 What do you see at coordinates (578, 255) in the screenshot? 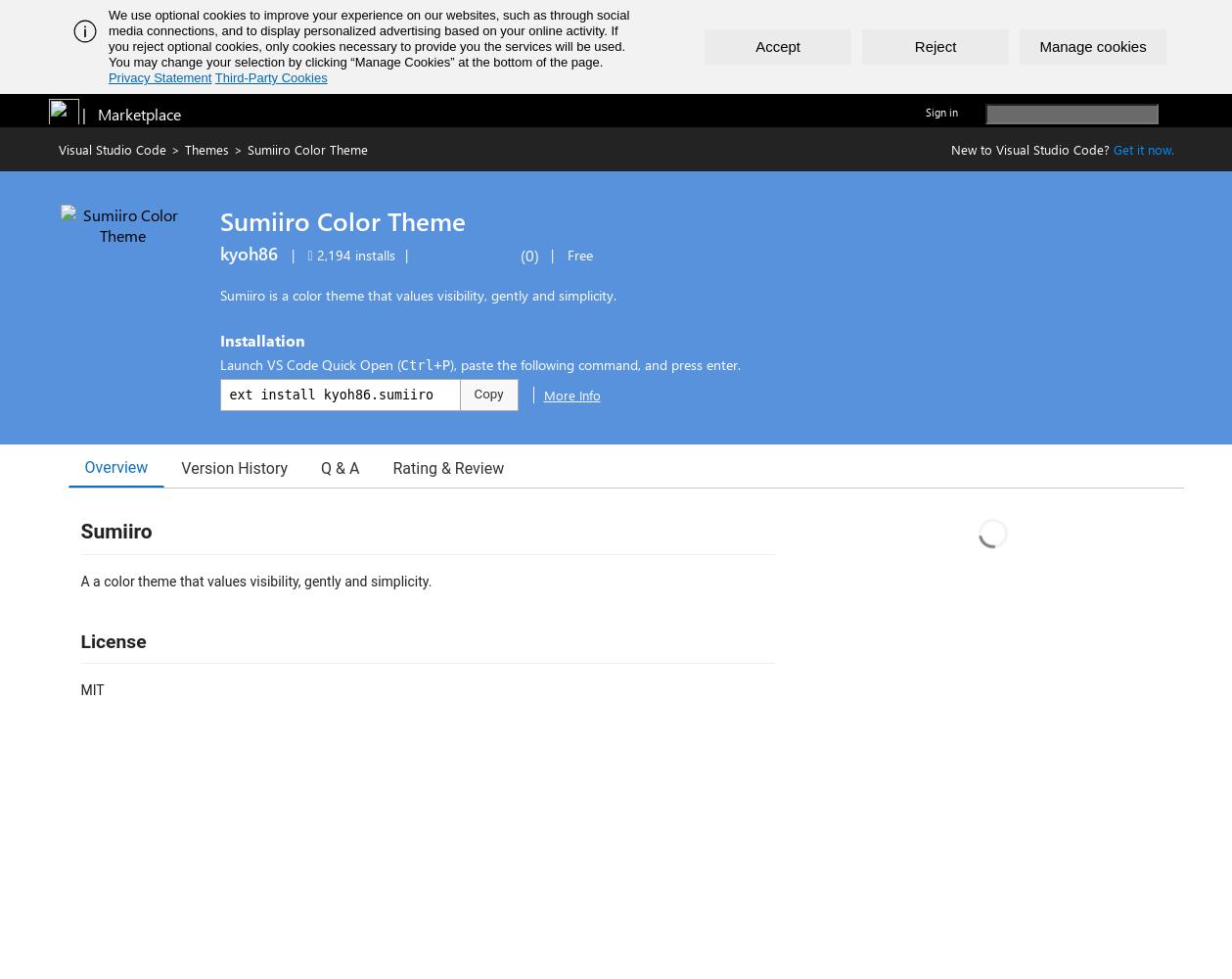
I see `'Free'` at bounding box center [578, 255].